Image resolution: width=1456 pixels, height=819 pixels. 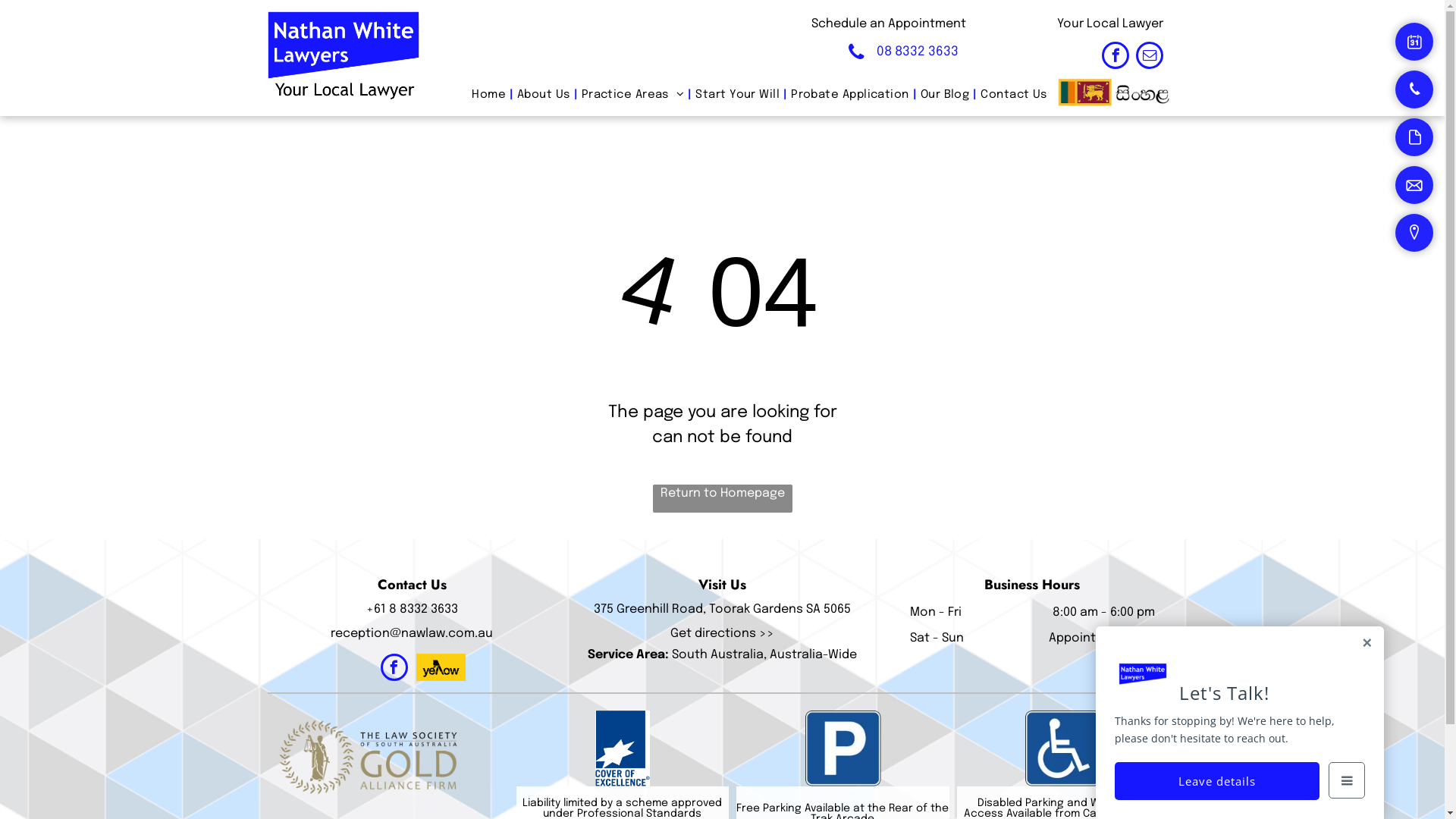 I want to click on 'Return to Homepage', so click(x=720, y=498).